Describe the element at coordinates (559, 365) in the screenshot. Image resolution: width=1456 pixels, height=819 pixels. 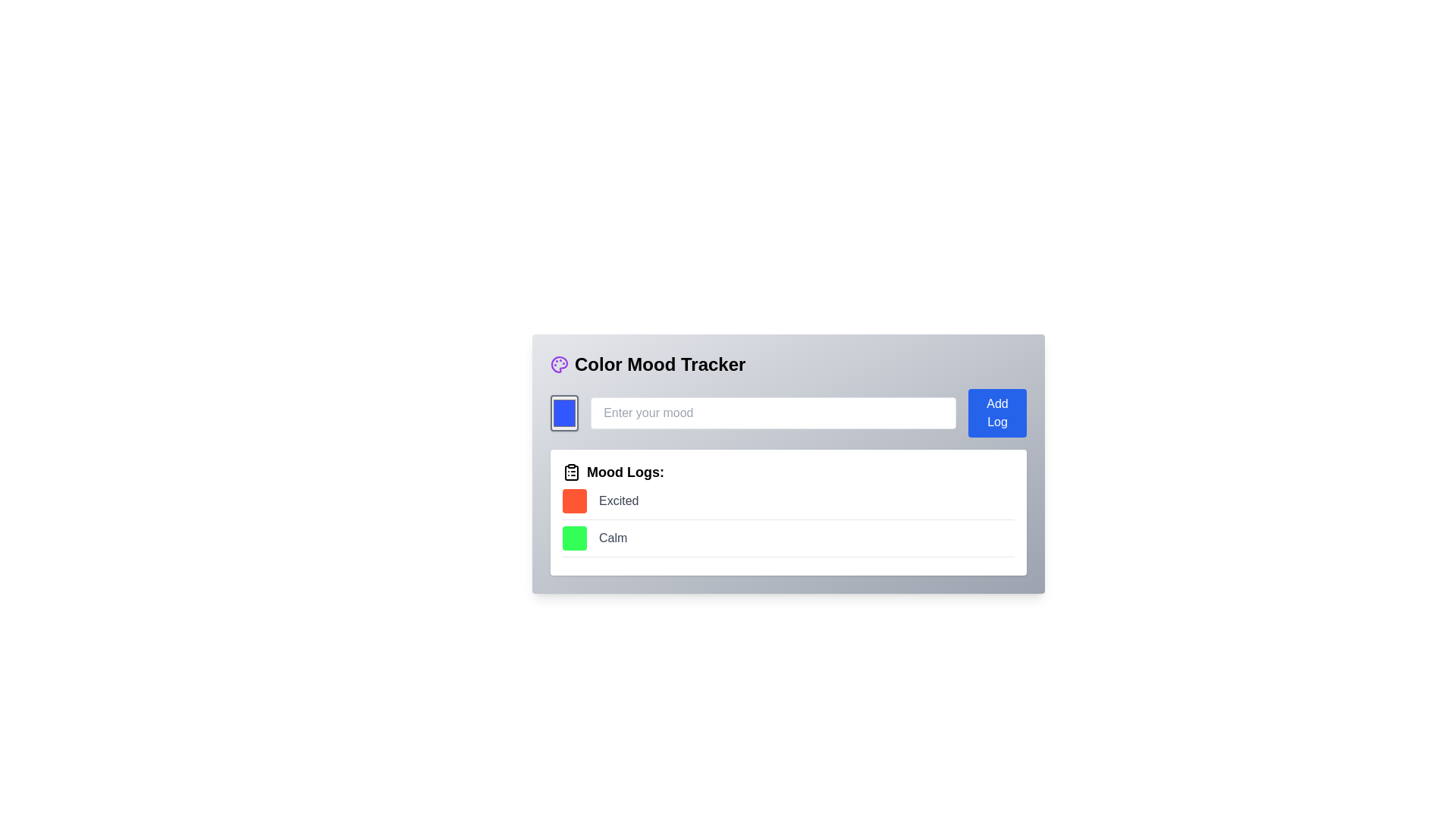
I see `the purple-colored palette icon located to the left of the 'Color Mood Tracker' title text in the header section` at that location.